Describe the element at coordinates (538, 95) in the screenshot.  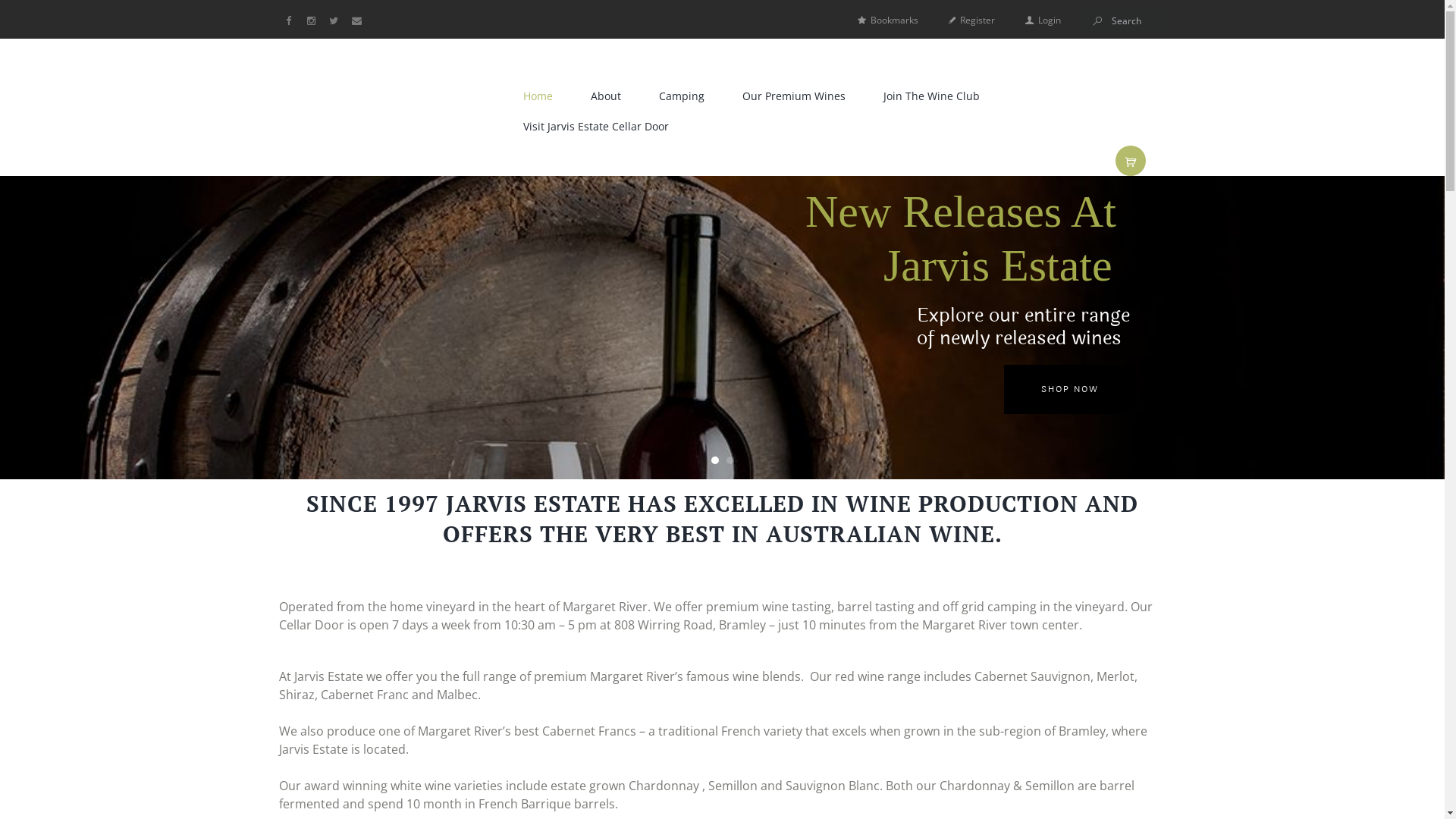
I see `'Home'` at that location.